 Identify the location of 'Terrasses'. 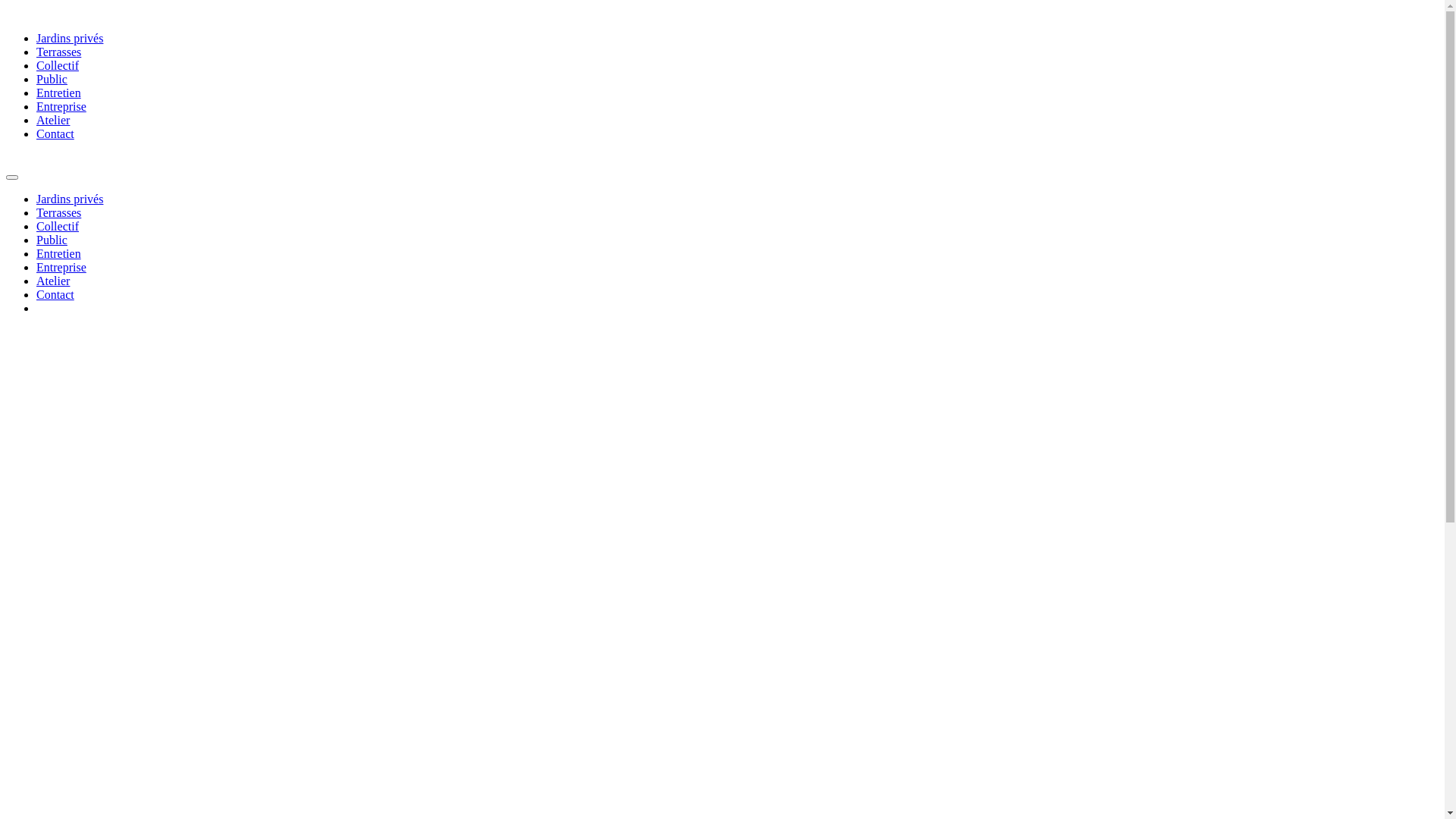
(58, 51).